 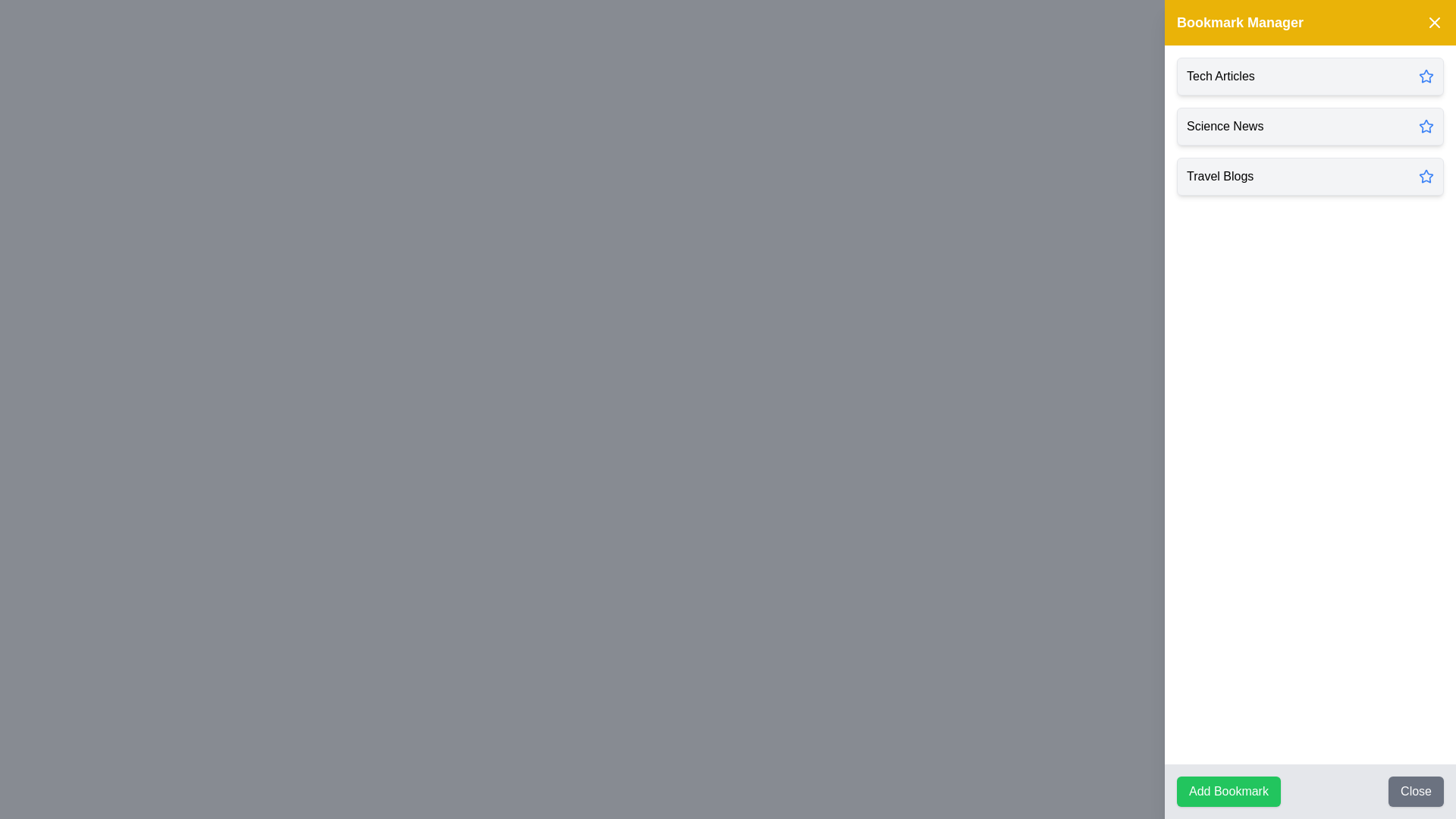 What do you see at coordinates (1228, 791) in the screenshot?
I see `the leftmost button in the 'Bookmark Manager' side panel` at bounding box center [1228, 791].